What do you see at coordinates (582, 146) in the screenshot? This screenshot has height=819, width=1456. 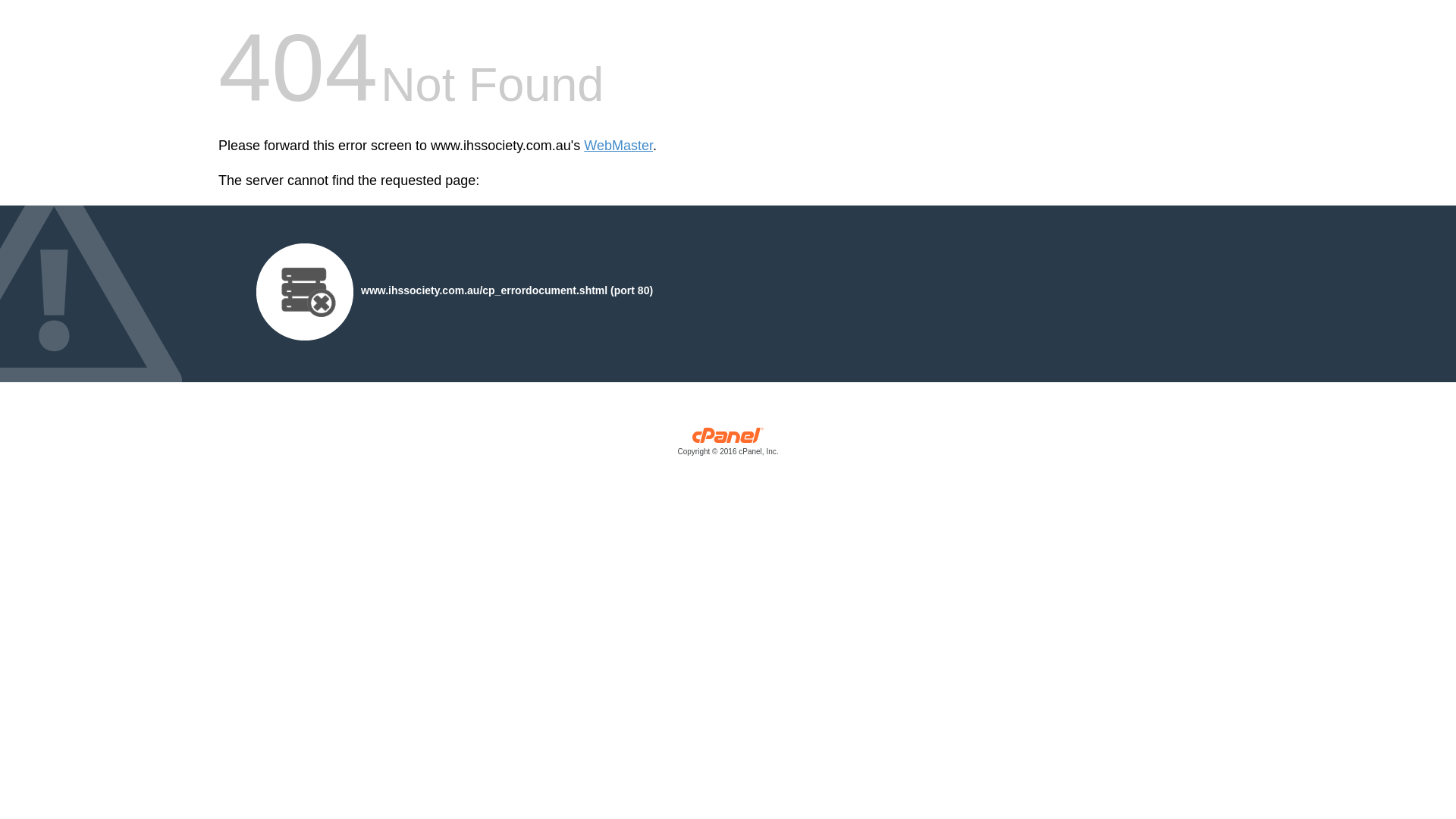 I see `'WebMaster'` at bounding box center [582, 146].